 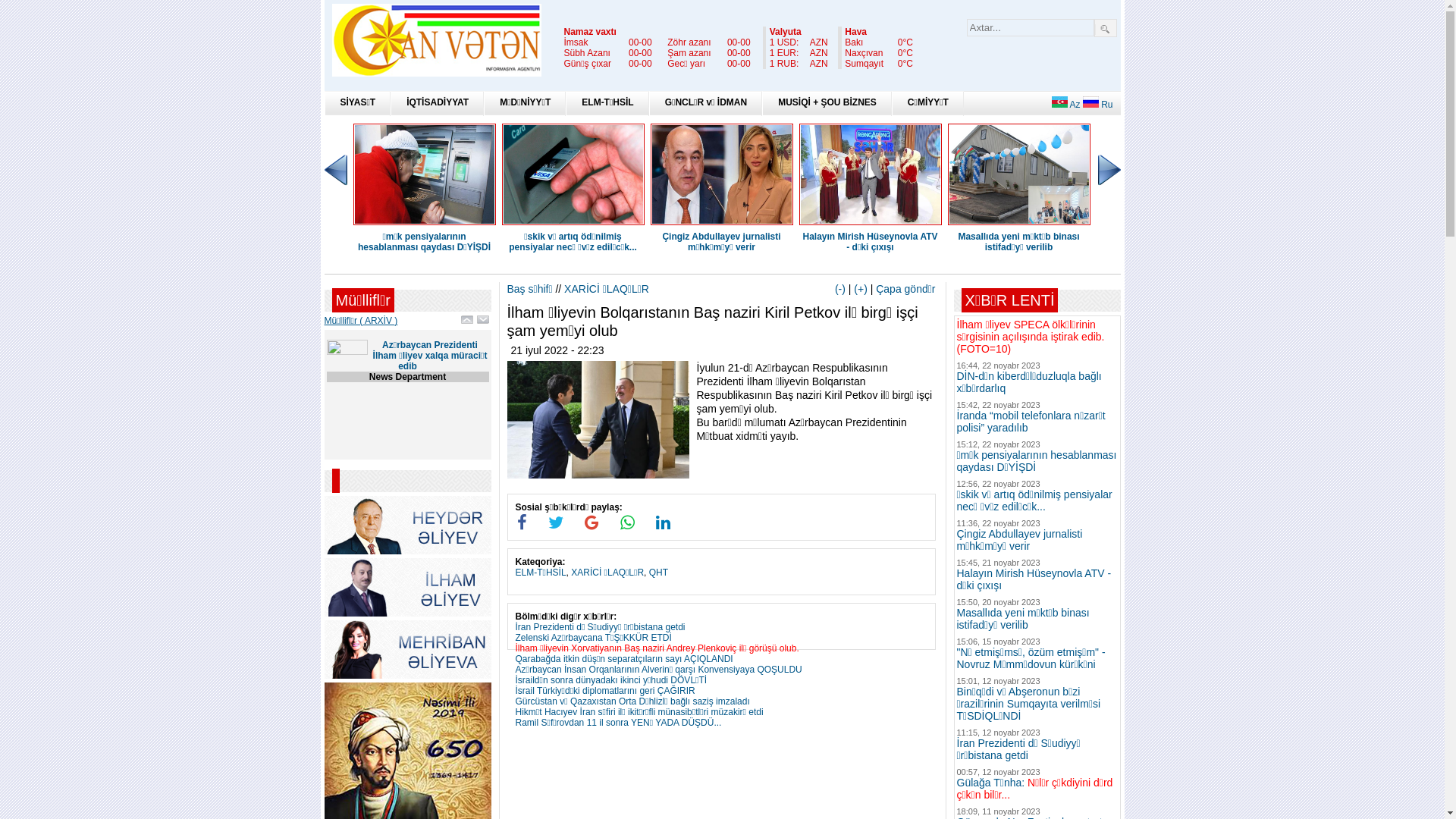 I want to click on 'Ru', so click(x=1098, y=104).